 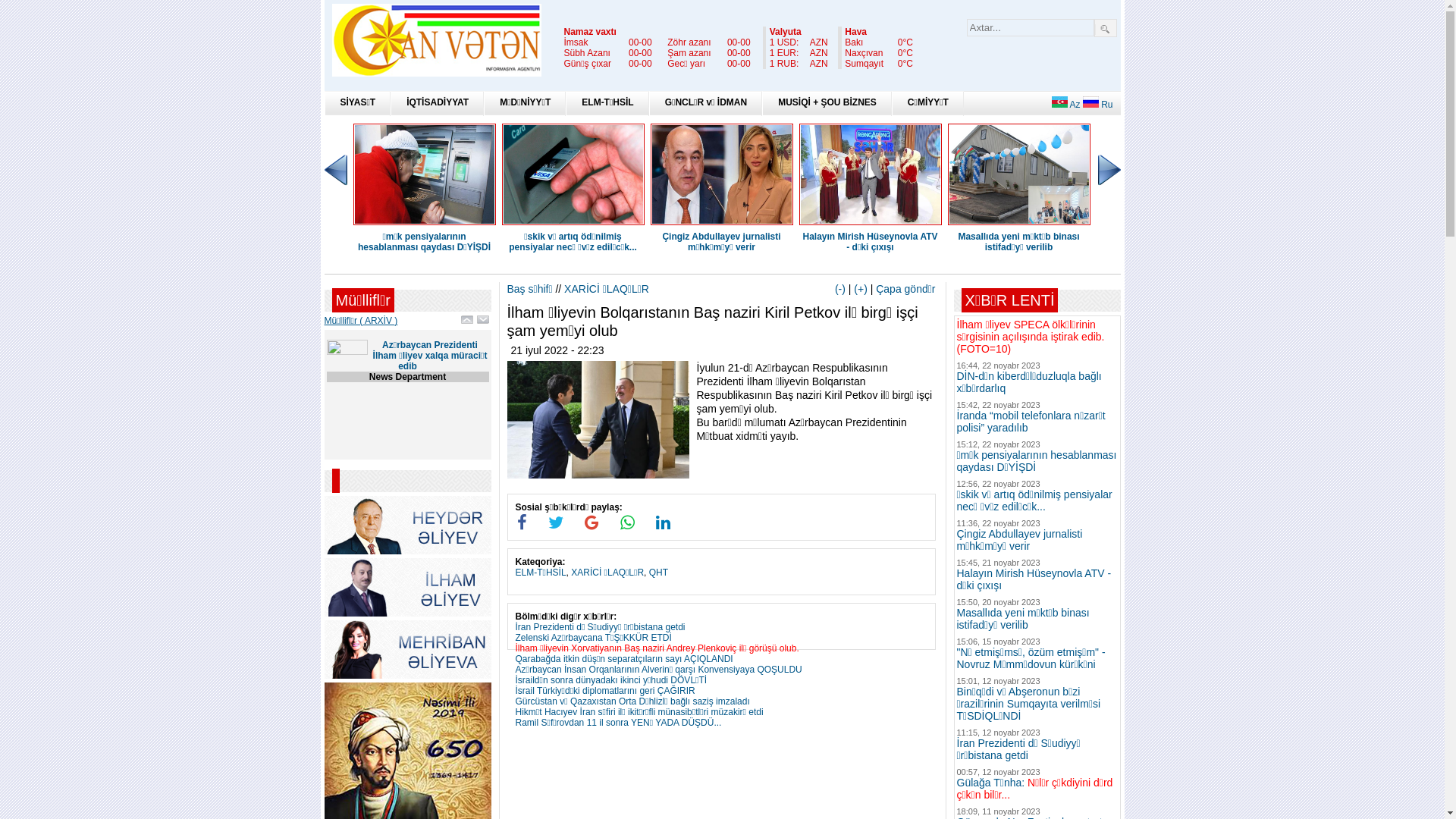 I want to click on 'Ru', so click(x=1098, y=104).